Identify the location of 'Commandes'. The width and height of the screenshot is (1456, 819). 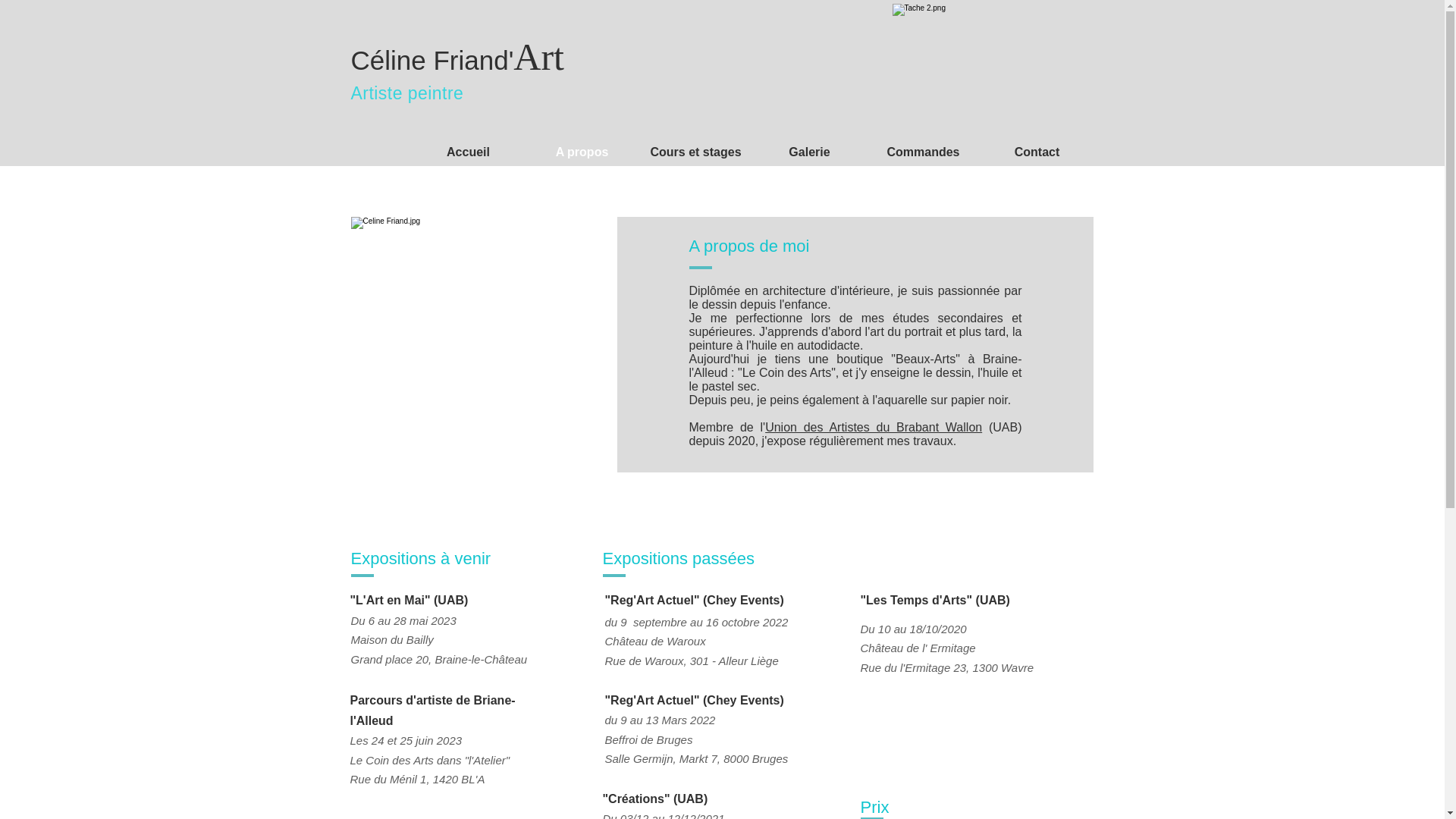
(922, 152).